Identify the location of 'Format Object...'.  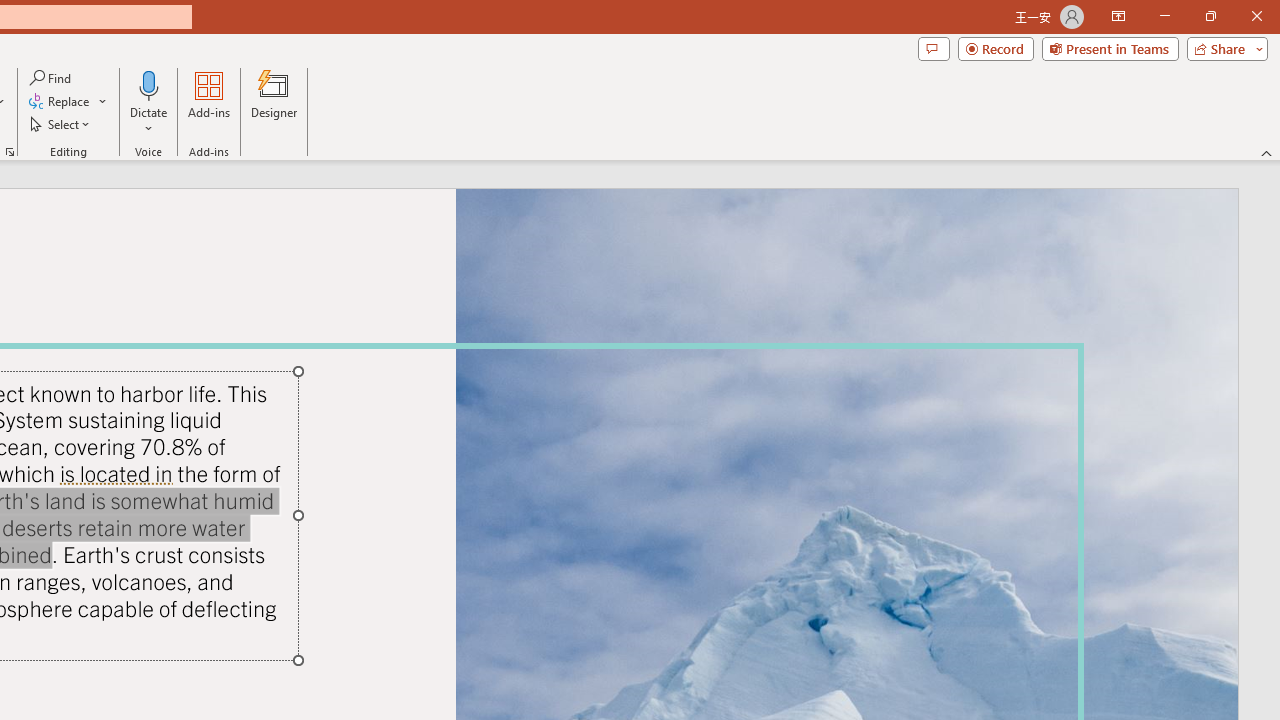
(10, 150).